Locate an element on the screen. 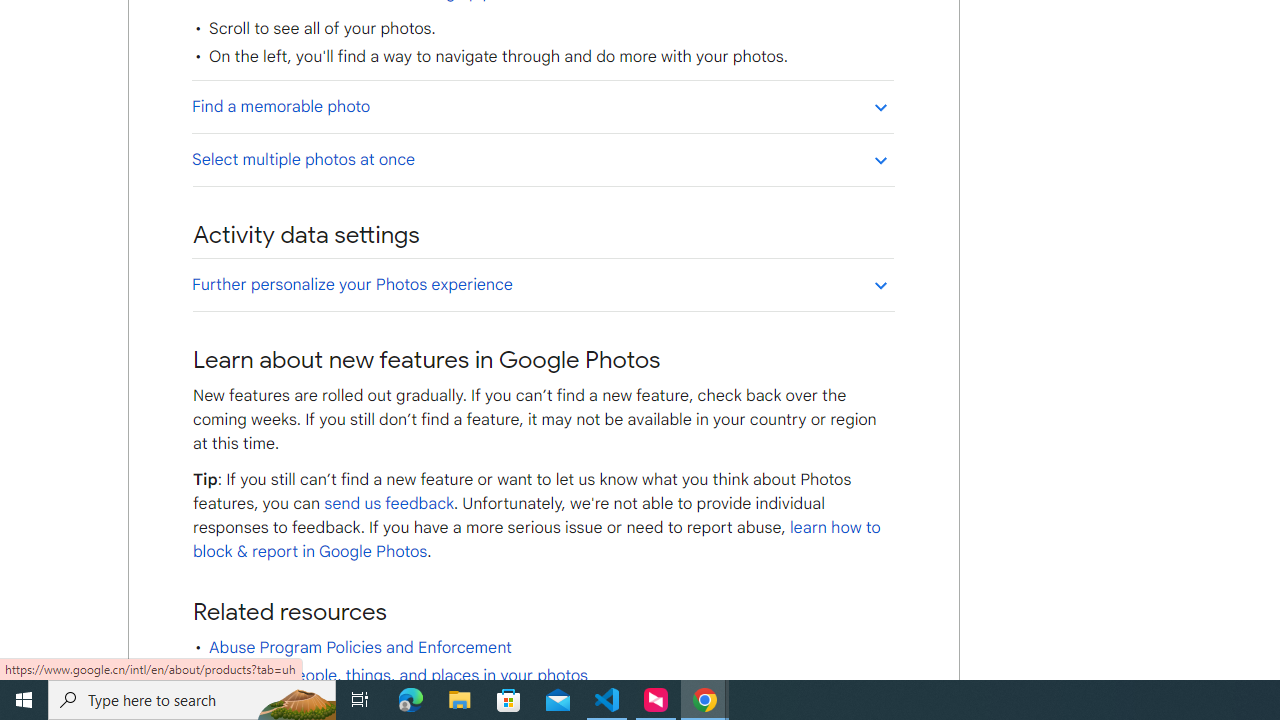 The height and width of the screenshot is (720, 1280). 'learn how to block & report in Google Photos' is located at coordinates (536, 540).